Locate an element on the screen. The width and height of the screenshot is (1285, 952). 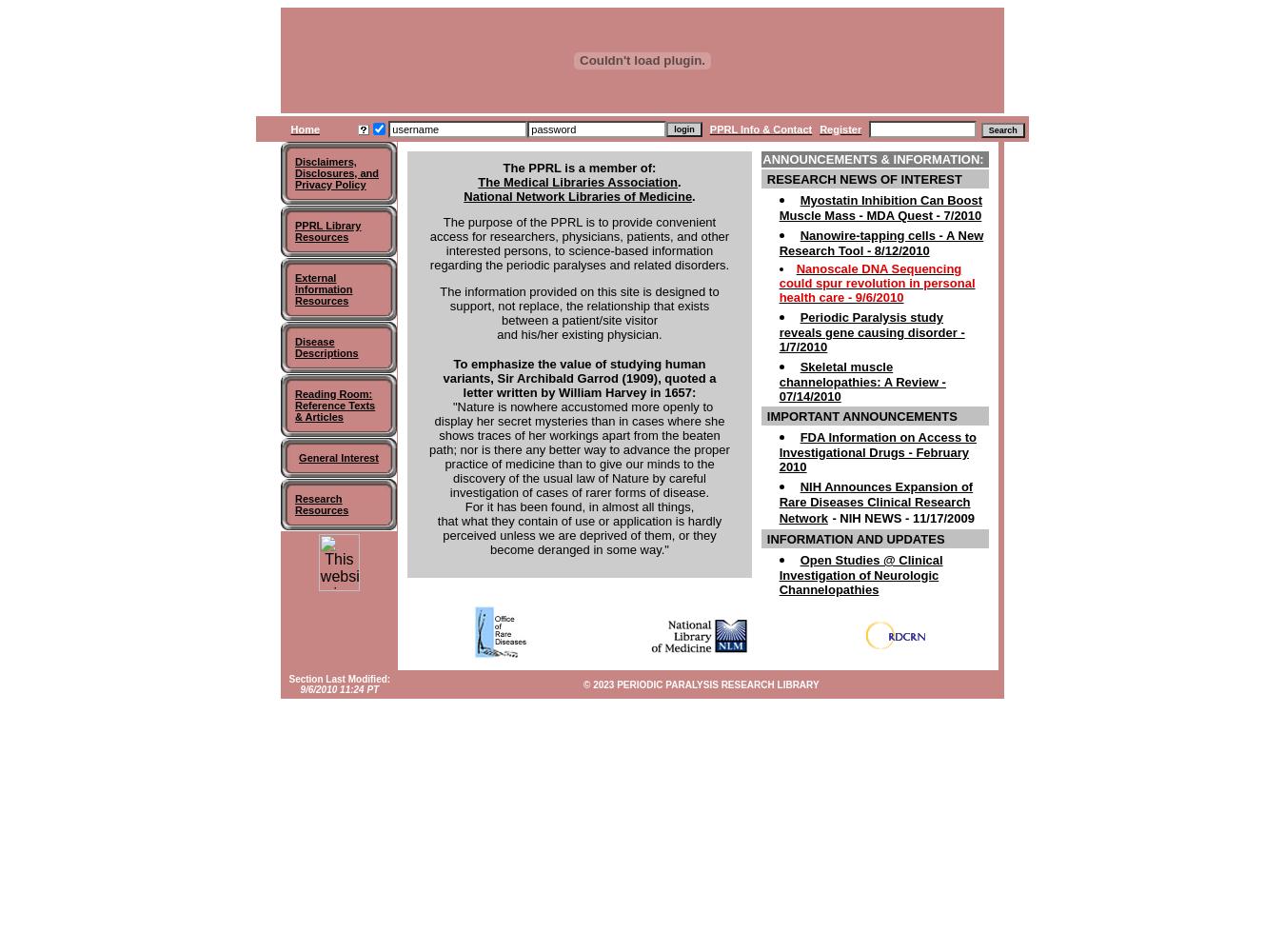
'Register' is located at coordinates (840, 129).